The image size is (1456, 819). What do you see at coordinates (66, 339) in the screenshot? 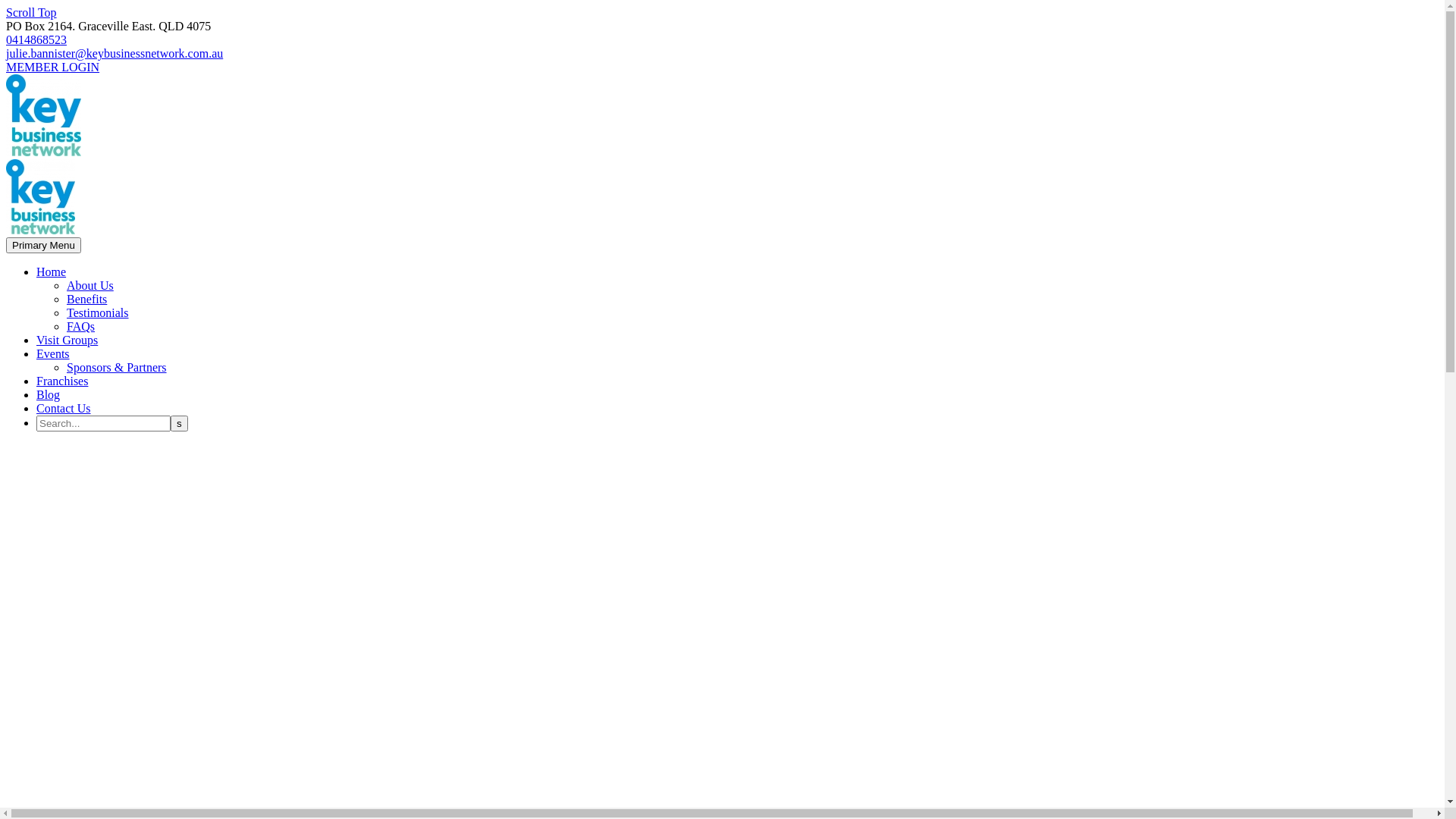
I see `'Visit Groups'` at bounding box center [66, 339].